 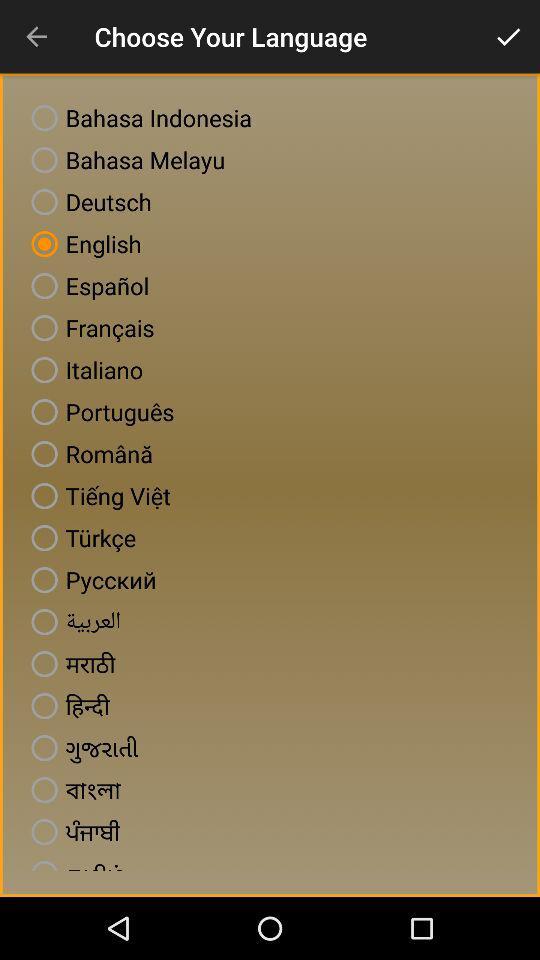 What do you see at coordinates (86, 202) in the screenshot?
I see `deutsch item` at bounding box center [86, 202].